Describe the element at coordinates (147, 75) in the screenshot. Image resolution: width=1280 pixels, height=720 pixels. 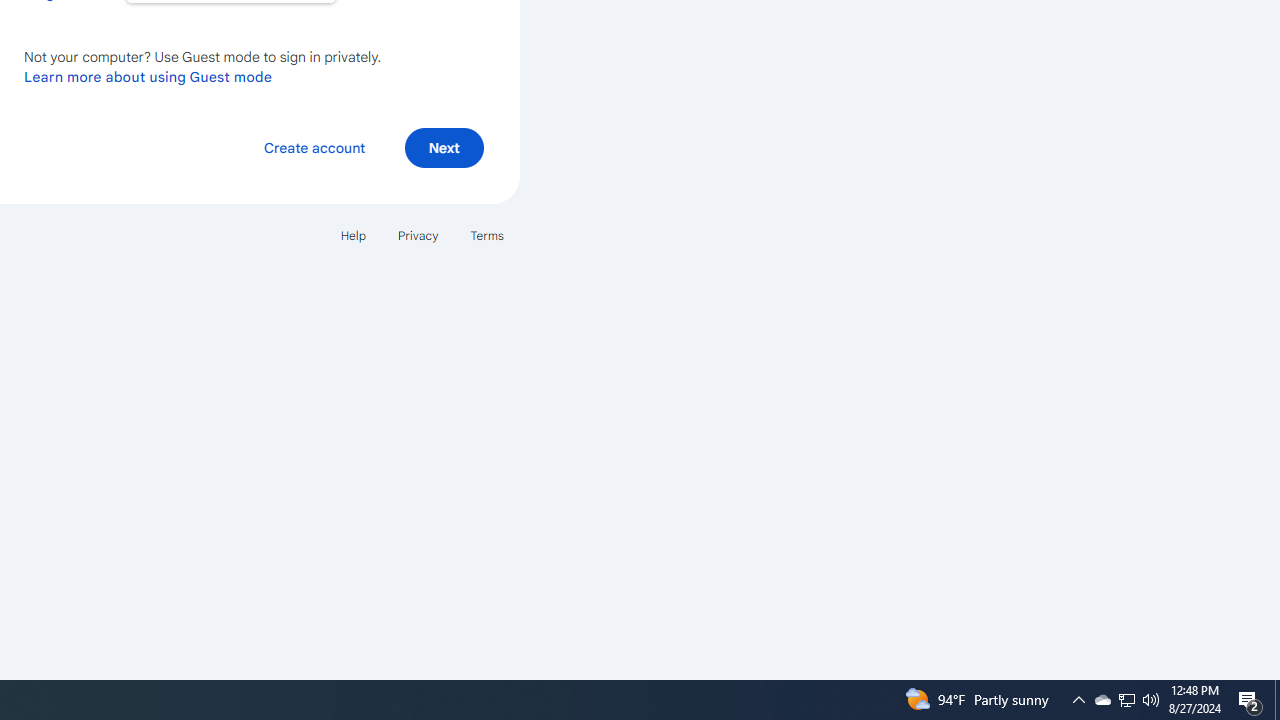
I see `'Learn more about using Guest mode'` at that location.